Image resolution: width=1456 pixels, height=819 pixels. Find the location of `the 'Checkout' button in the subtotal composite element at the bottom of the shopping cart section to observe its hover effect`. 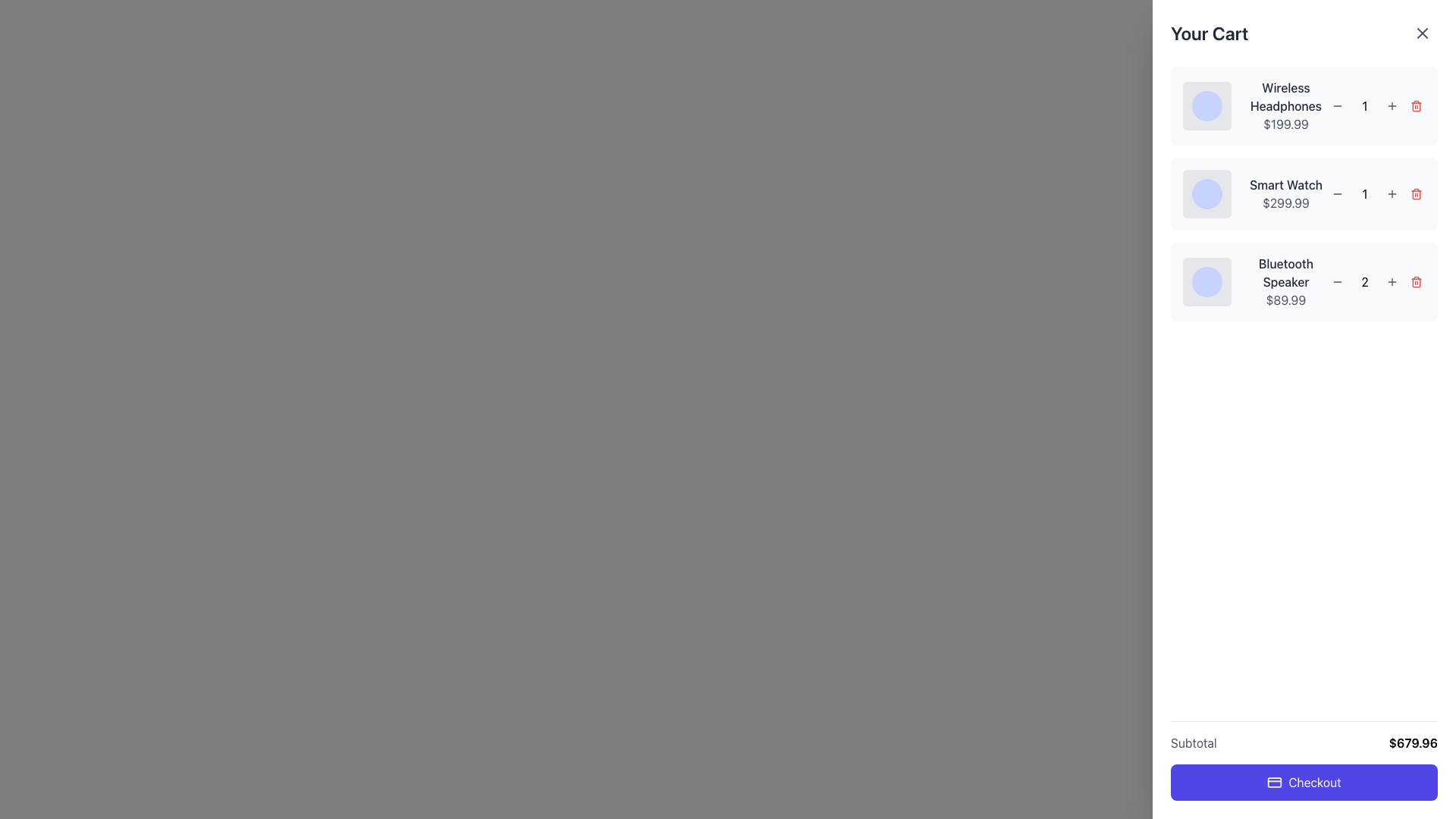

the 'Checkout' button in the subtotal composite element at the bottom of the shopping cart section to observe its hover effect is located at coordinates (1303, 760).